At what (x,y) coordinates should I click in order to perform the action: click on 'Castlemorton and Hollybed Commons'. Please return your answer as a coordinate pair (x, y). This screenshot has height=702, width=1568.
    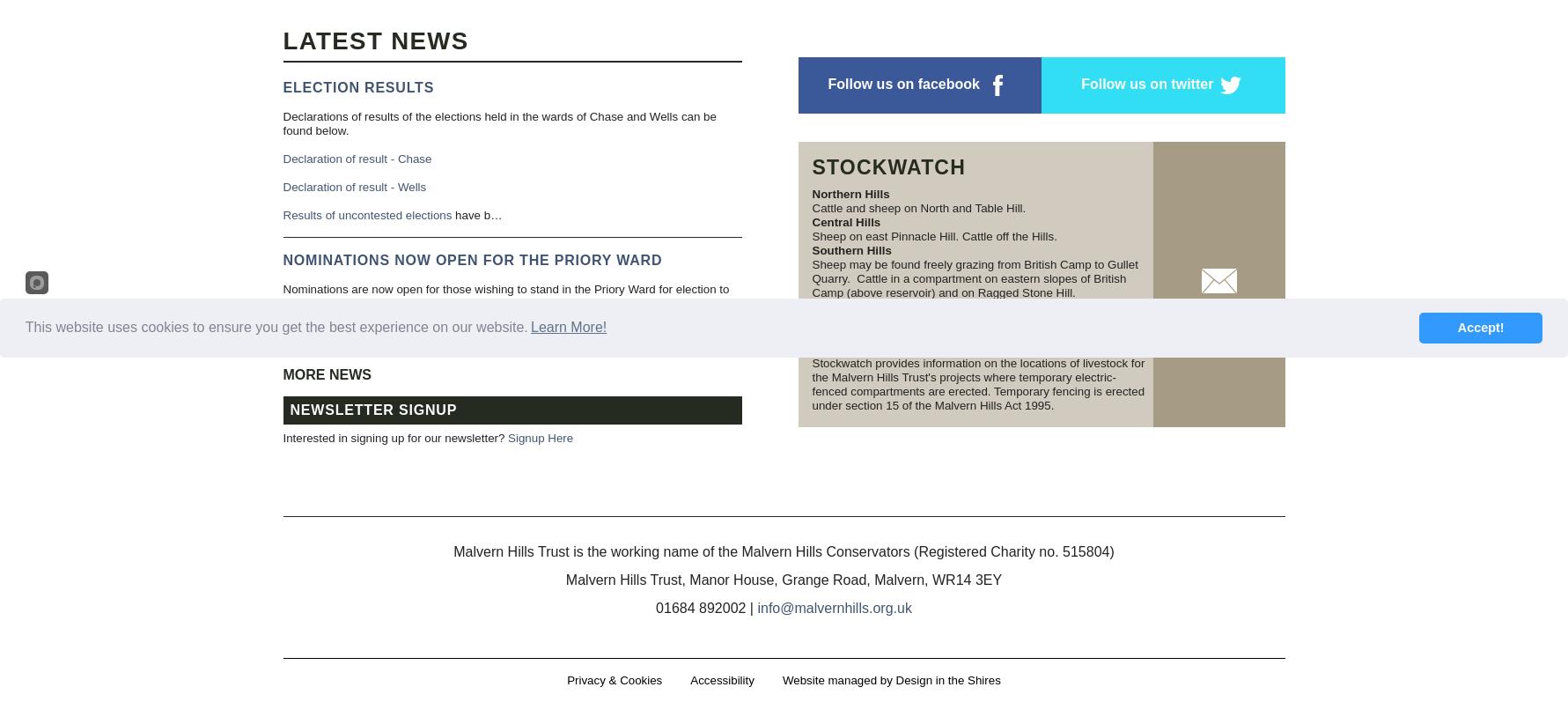
    Looking at the image, I should click on (917, 333).